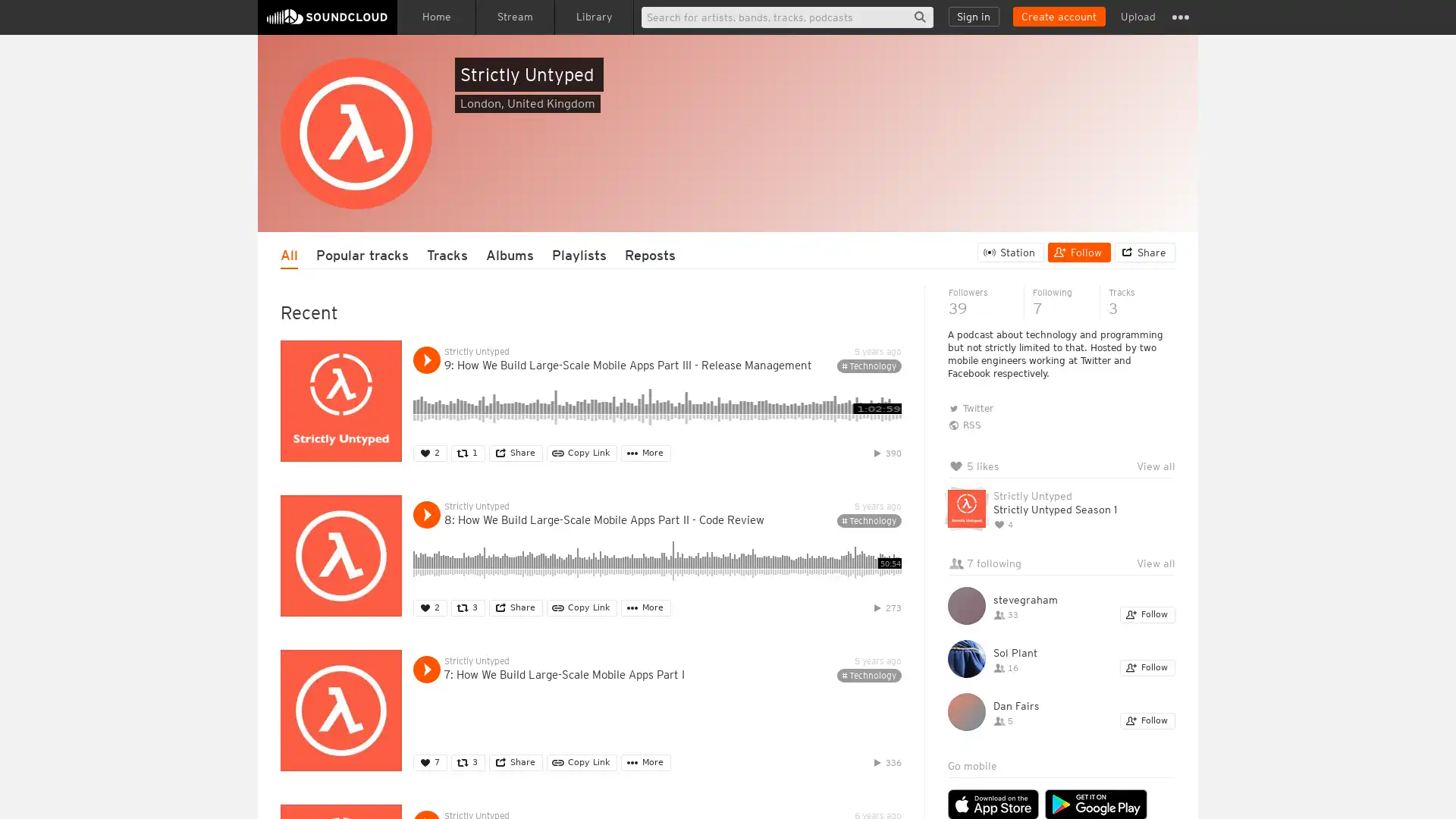 This screenshot has height=819, width=1456. I want to click on Follow, so click(1147, 614).